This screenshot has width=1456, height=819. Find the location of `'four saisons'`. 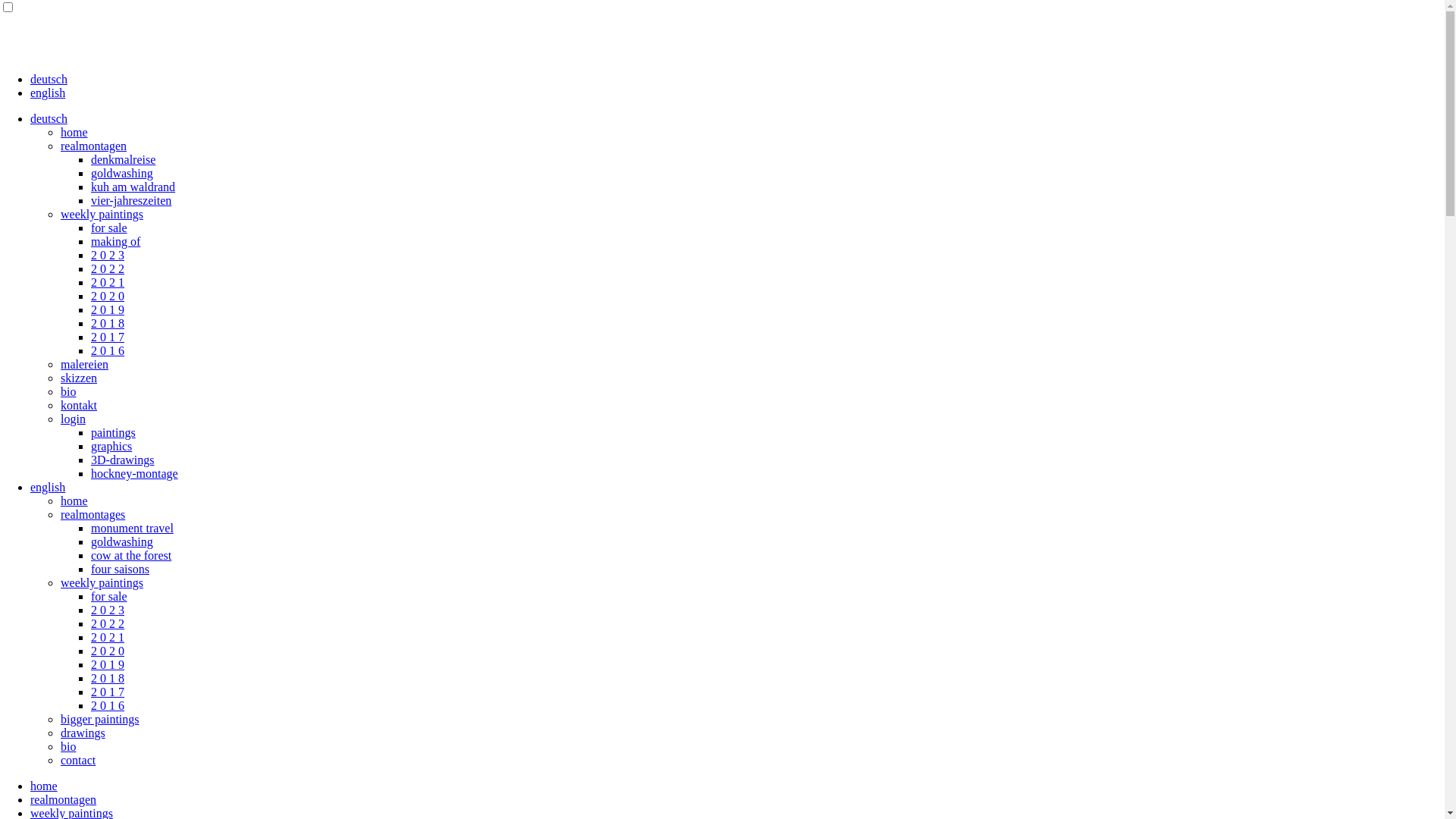

'four saisons' is located at coordinates (119, 569).